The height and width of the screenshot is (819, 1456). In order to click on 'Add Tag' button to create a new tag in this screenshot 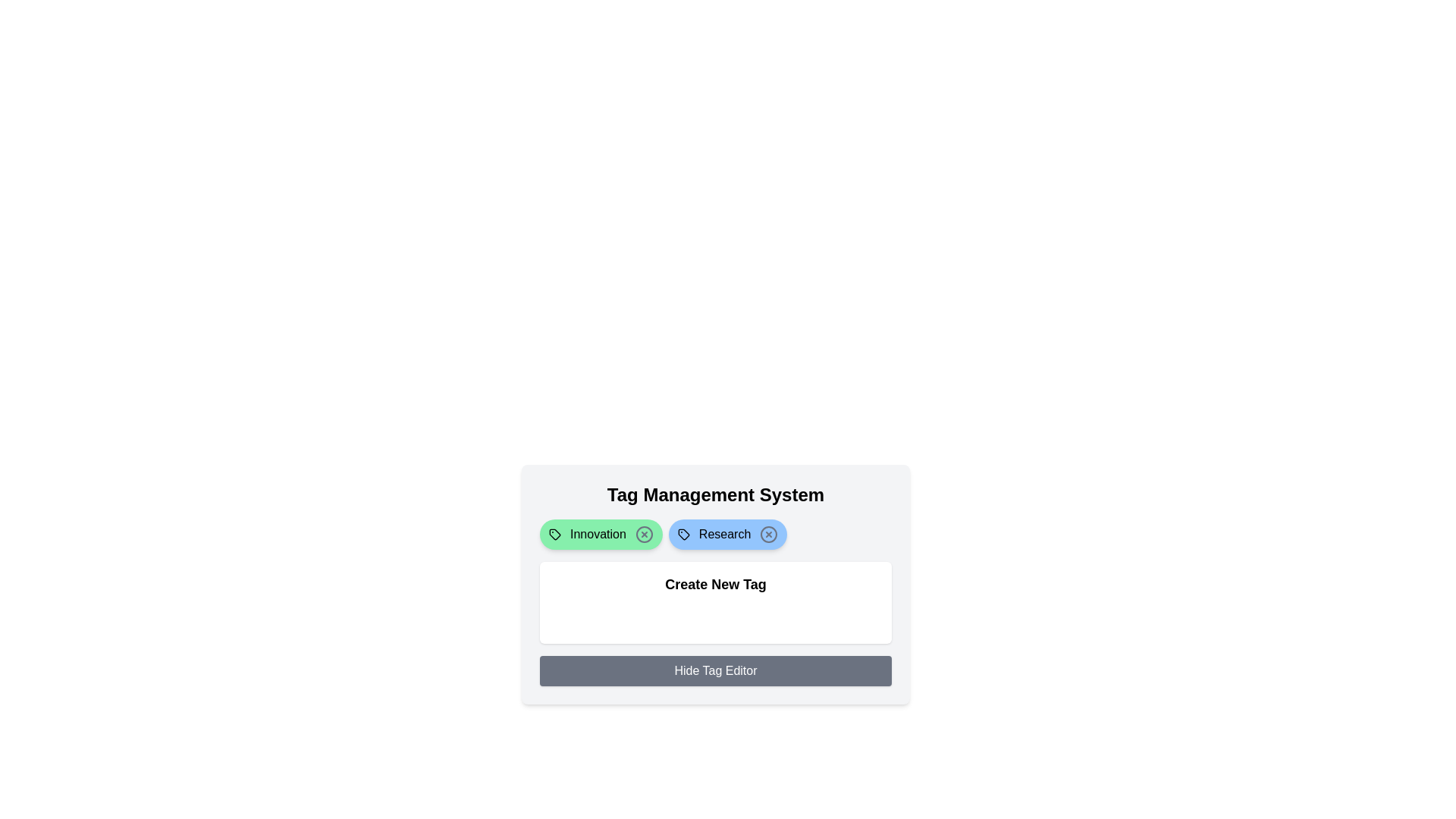, I will do `click(589, 617)`.